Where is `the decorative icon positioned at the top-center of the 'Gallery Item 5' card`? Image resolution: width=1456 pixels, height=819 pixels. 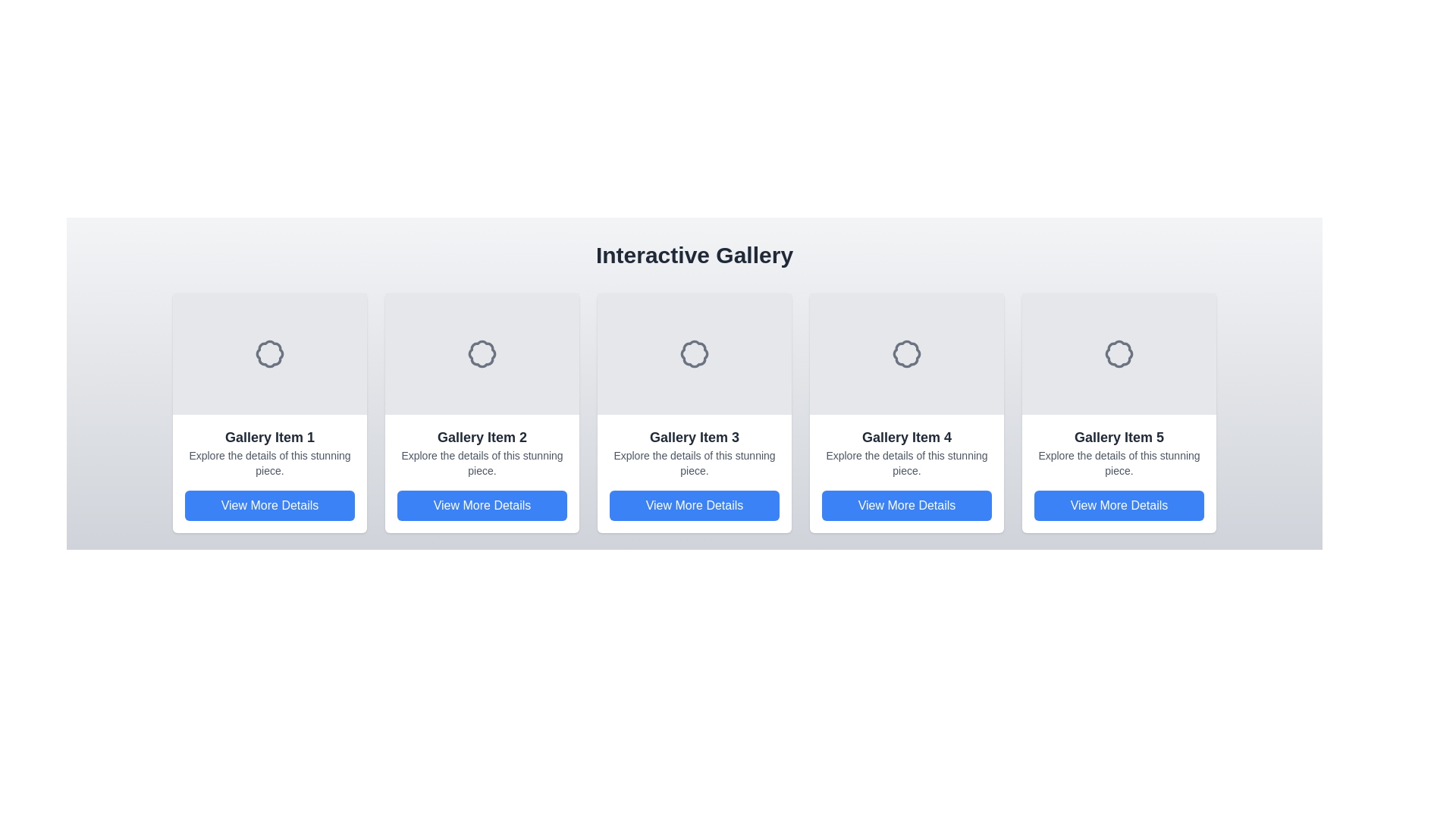
the decorative icon positioned at the top-center of the 'Gallery Item 5' card is located at coordinates (1119, 353).